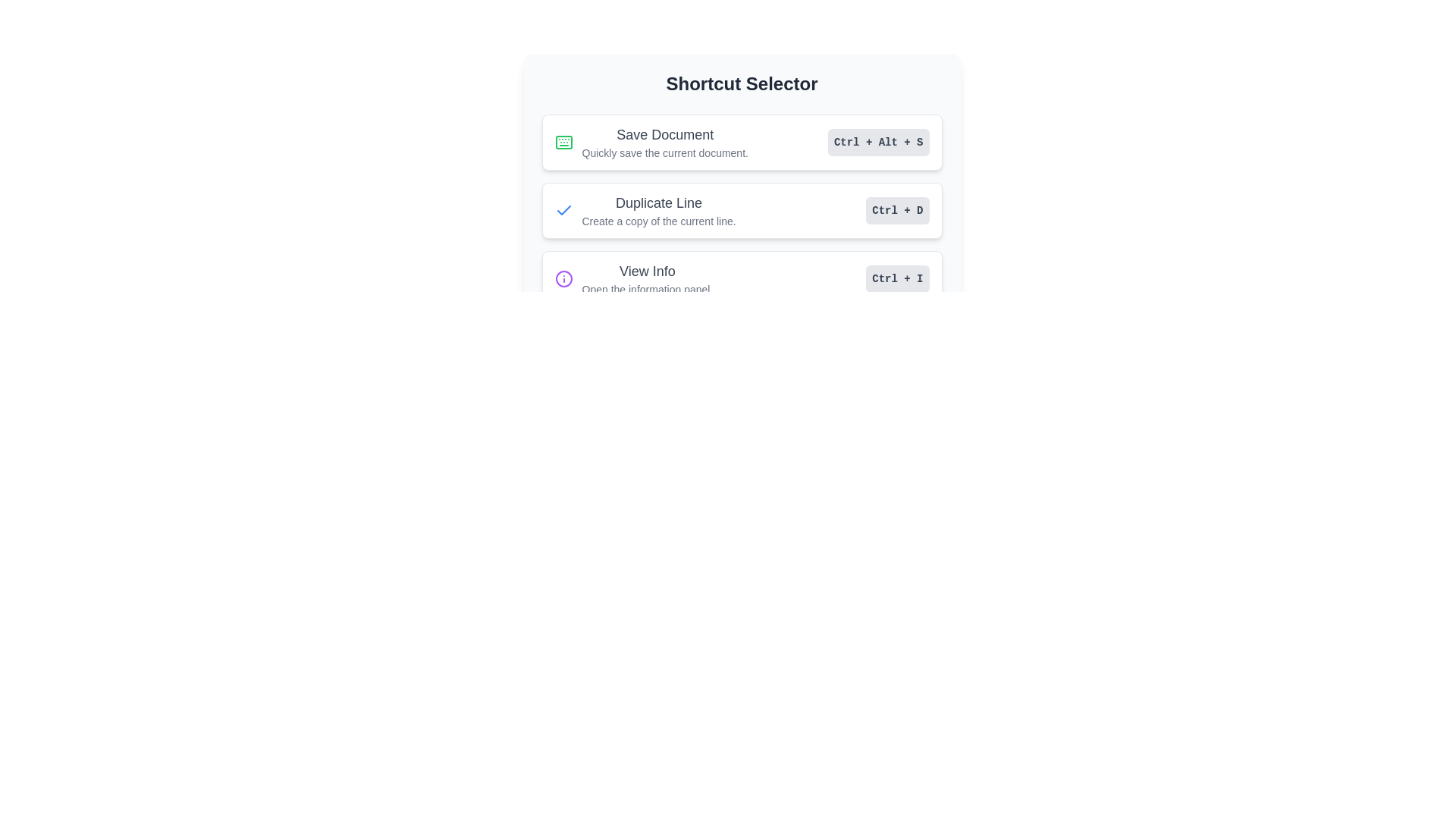 The height and width of the screenshot is (819, 1456). I want to click on the 'View Info' text label pair within the 'Shortcut Selector' panel, so click(647, 278).